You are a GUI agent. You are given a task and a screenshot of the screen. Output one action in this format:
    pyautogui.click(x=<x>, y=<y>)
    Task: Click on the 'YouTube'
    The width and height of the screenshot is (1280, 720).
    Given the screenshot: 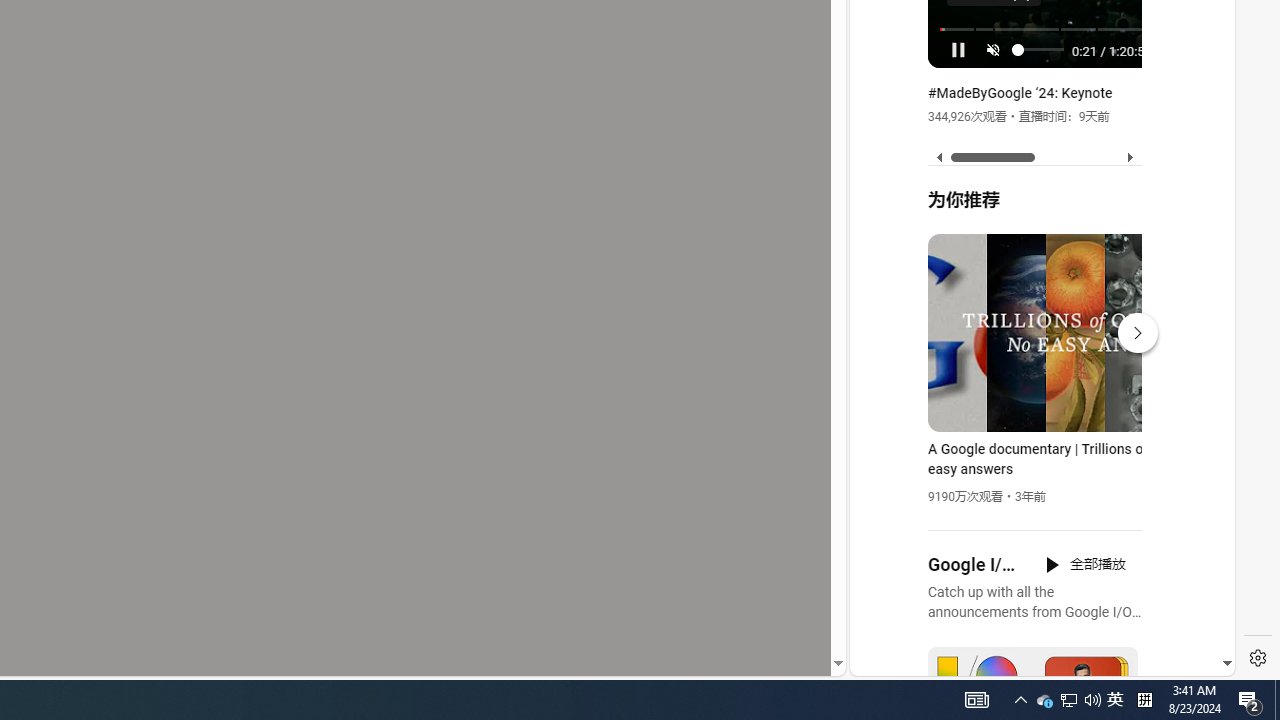 What is the action you would take?
    pyautogui.click(x=1034, y=431)
    